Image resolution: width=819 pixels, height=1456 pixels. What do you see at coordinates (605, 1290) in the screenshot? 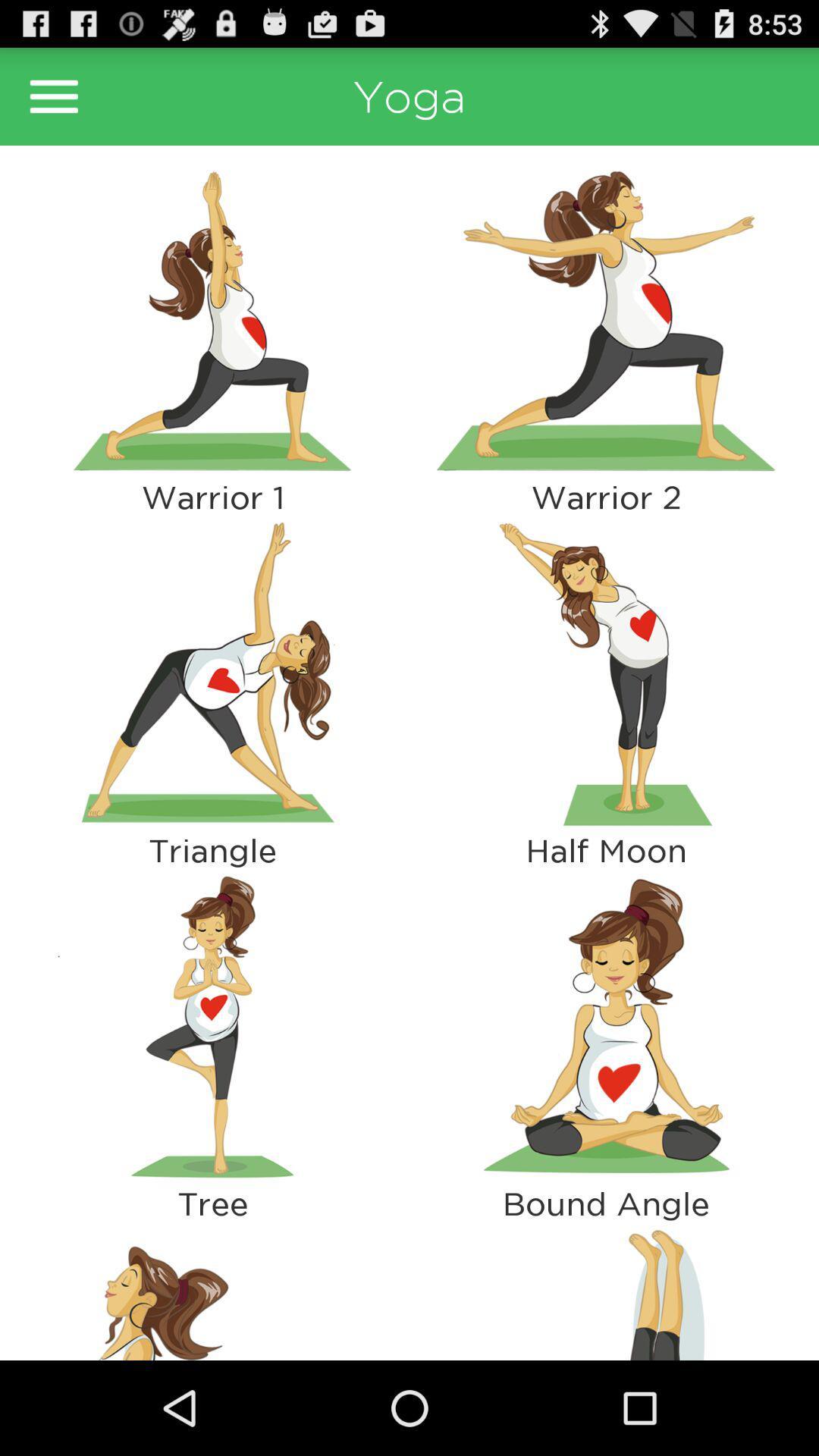
I see `app to the right of the tree` at bounding box center [605, 1290].